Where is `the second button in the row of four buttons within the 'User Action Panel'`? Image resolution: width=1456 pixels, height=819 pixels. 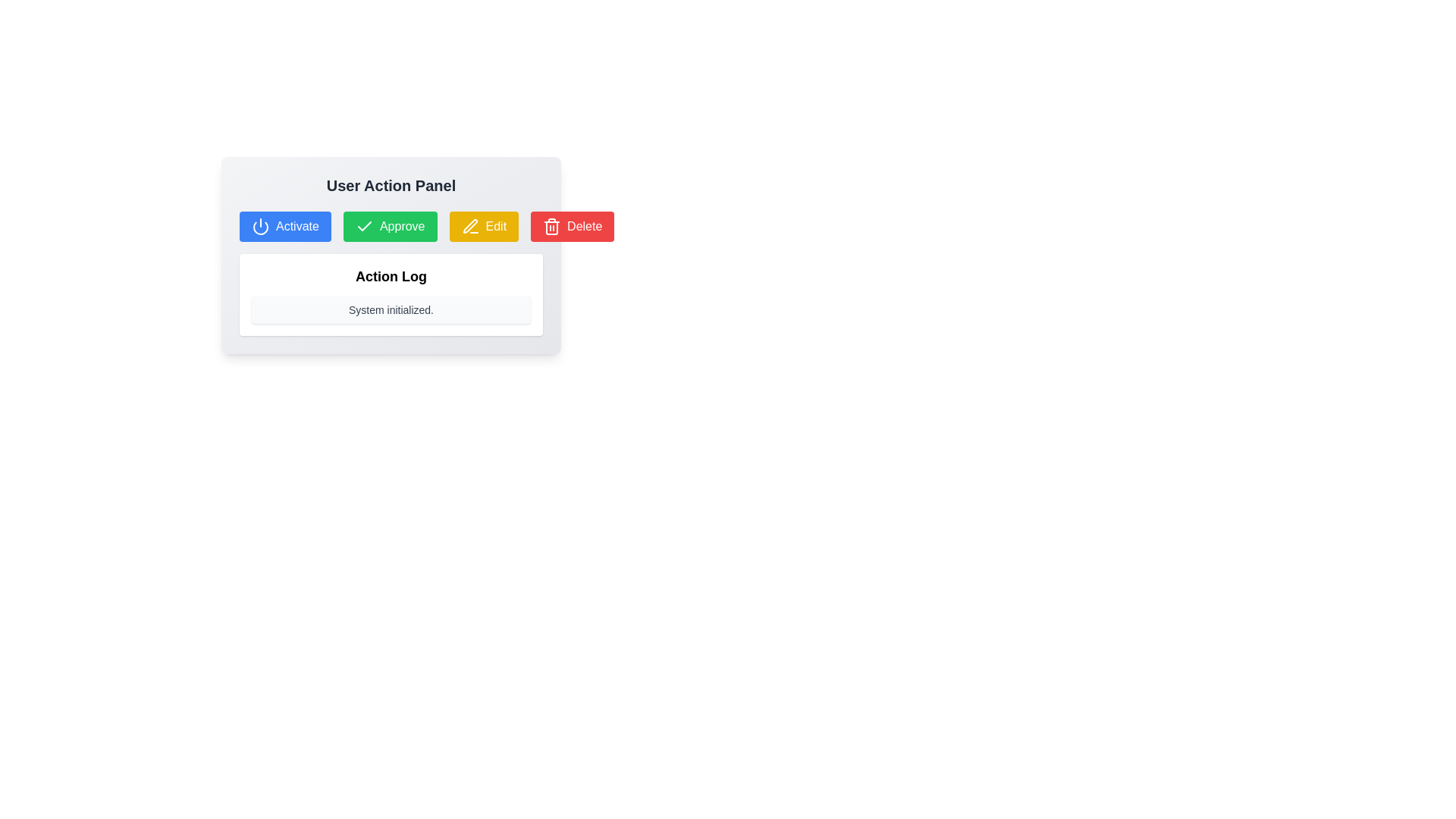 the second button in the row of four buttons within the 'User Action Panel' is located at coordinates (391, 227).